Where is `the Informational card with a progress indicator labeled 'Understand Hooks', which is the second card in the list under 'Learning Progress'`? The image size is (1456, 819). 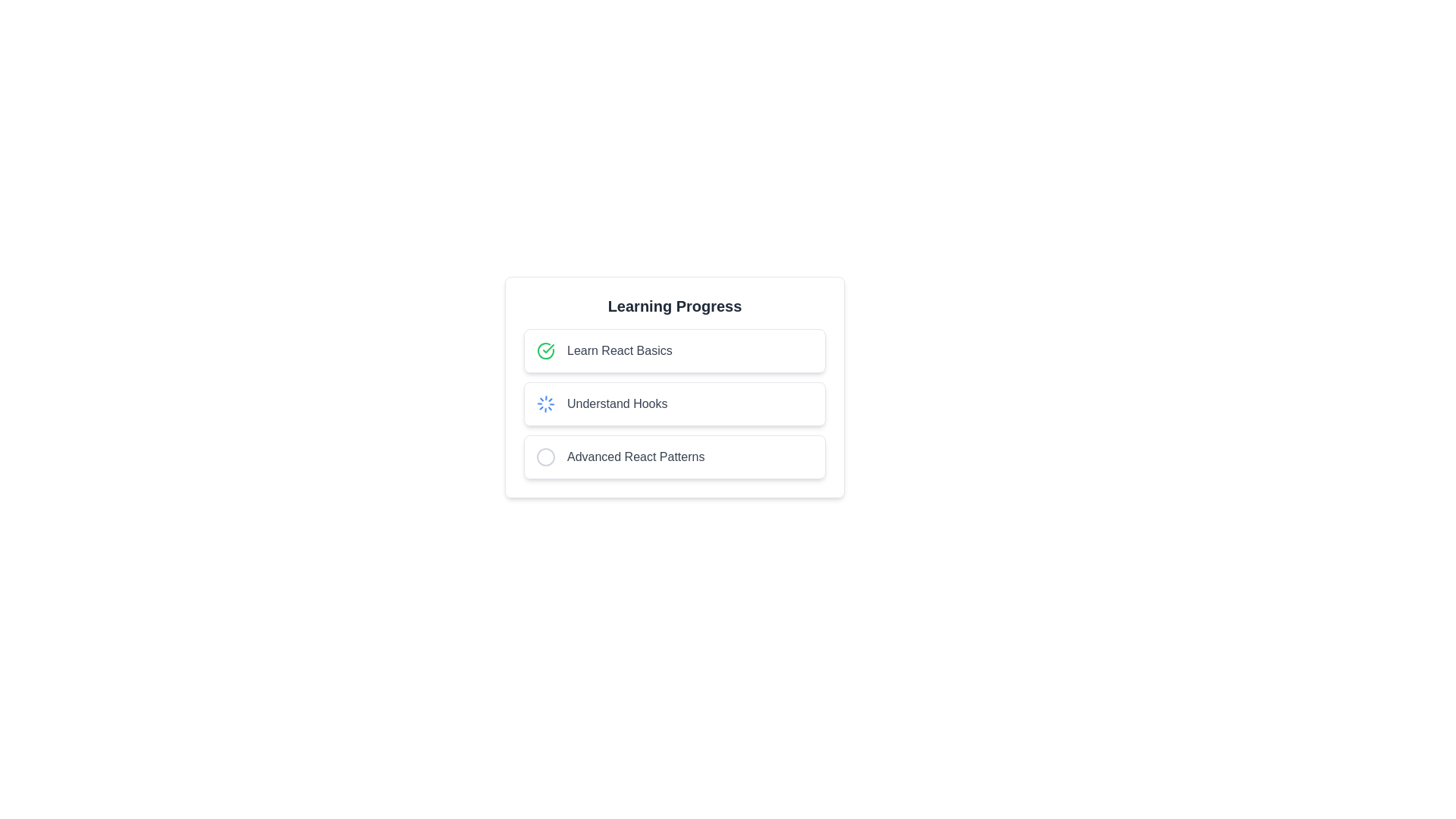
the Informational card with a progress indicator labeled 'Understand Hooks', which is the second card in the list under 'Learning Progress' is located at coordinates (673, 386).